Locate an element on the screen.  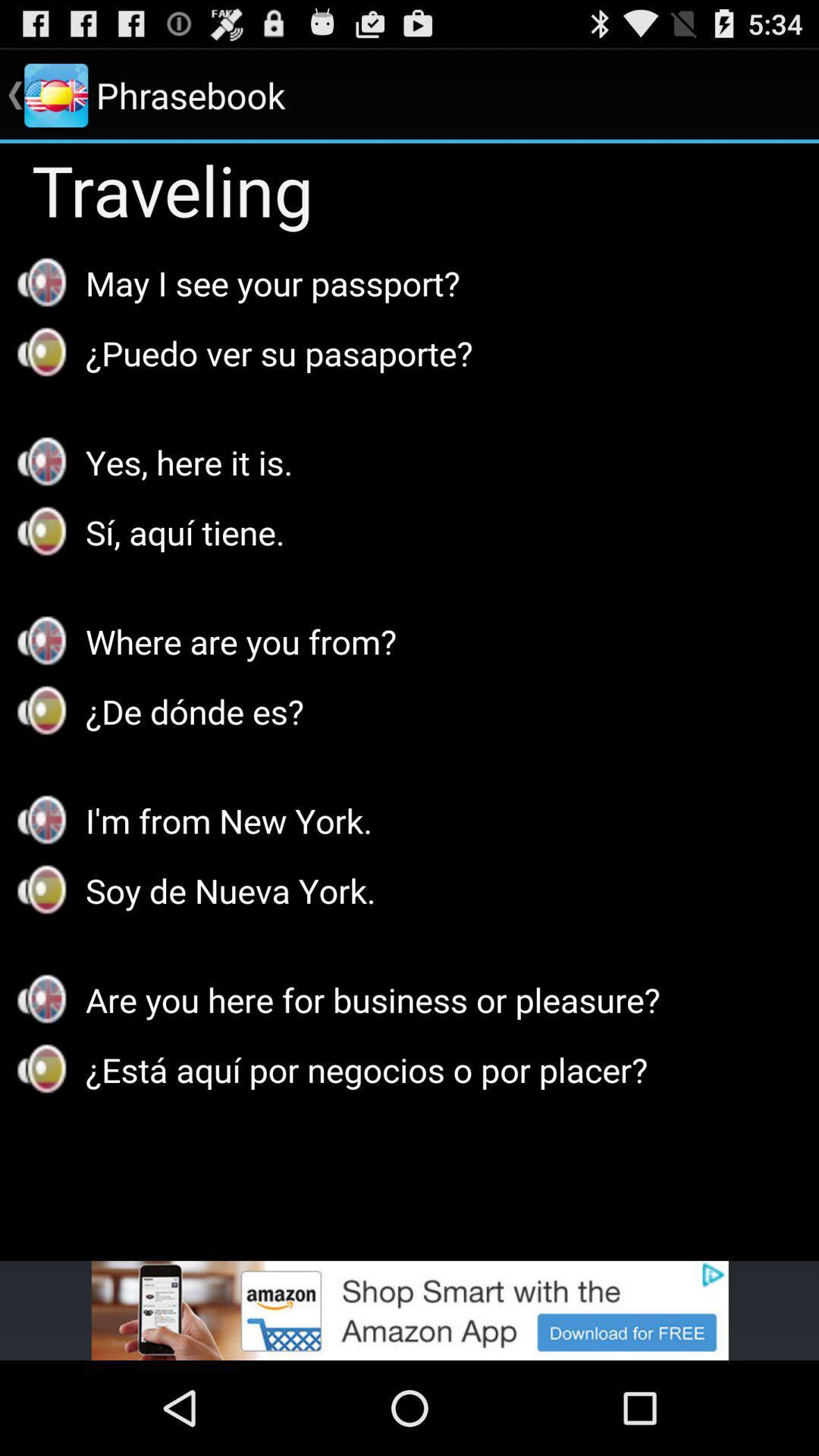
advertisement page is located at coordinates (409, 1310).